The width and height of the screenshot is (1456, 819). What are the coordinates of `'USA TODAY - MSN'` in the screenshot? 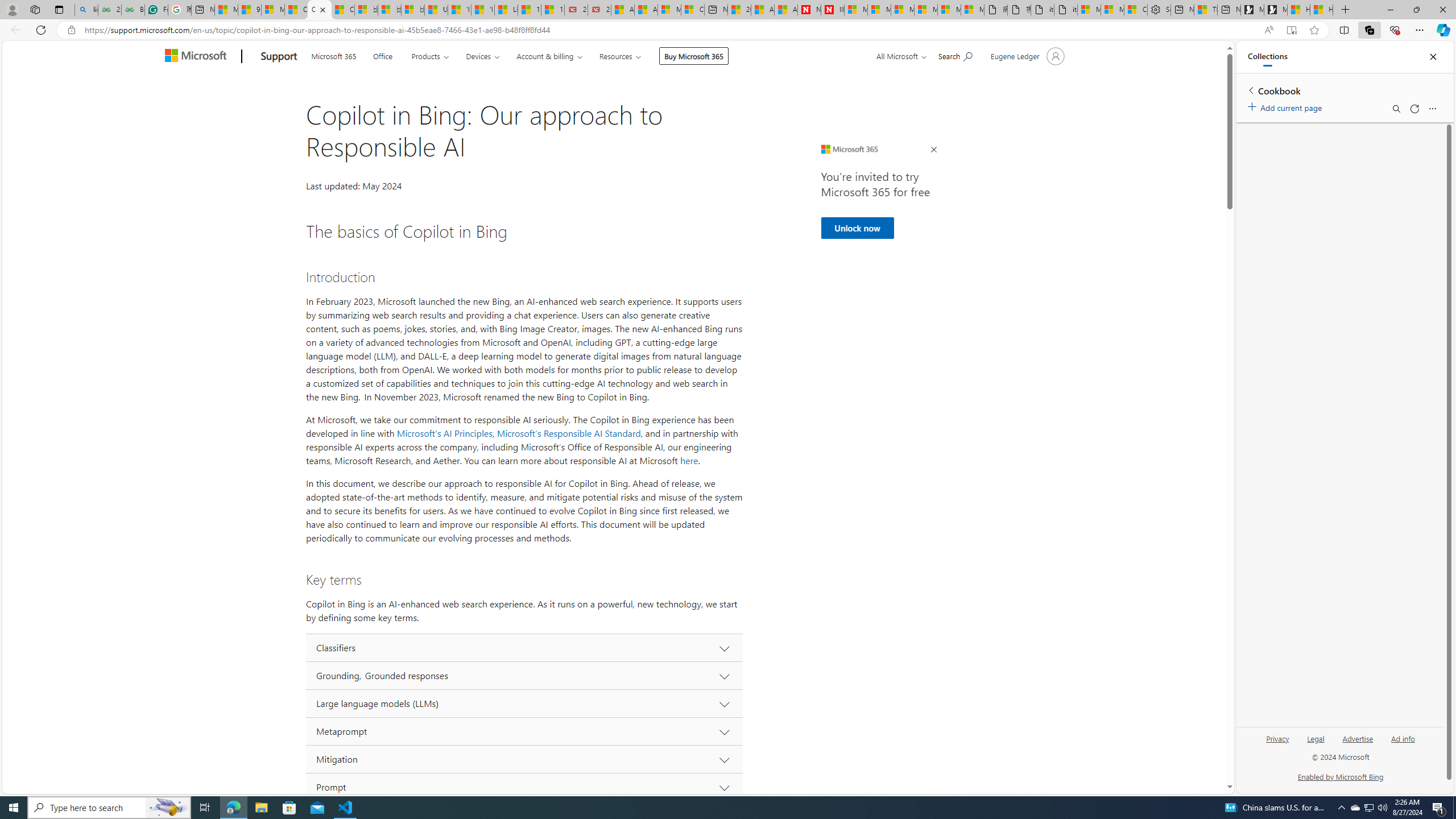 It's located at (436, 9).